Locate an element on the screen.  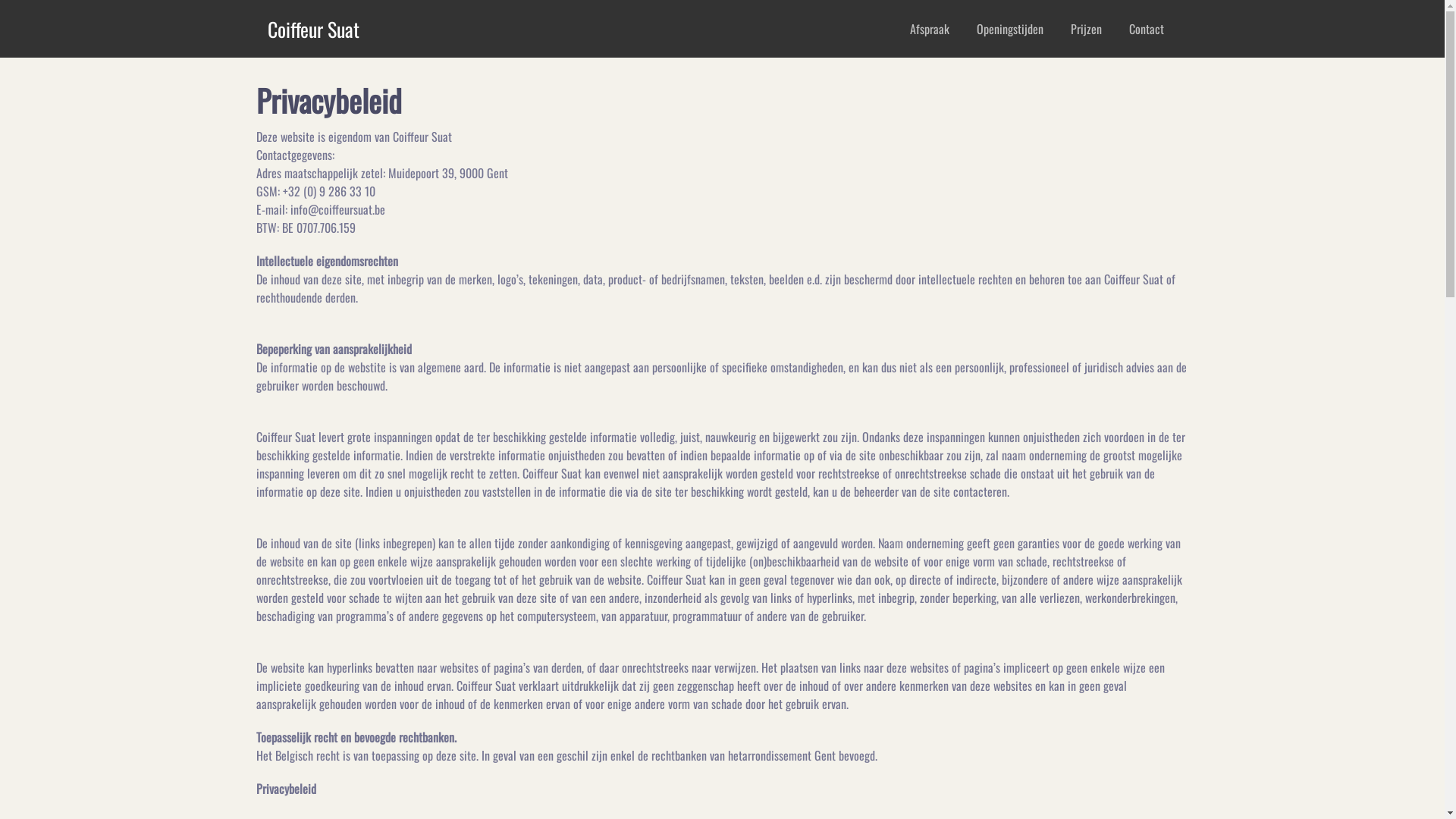
'Contact' is located at coordinates (1146, 29).